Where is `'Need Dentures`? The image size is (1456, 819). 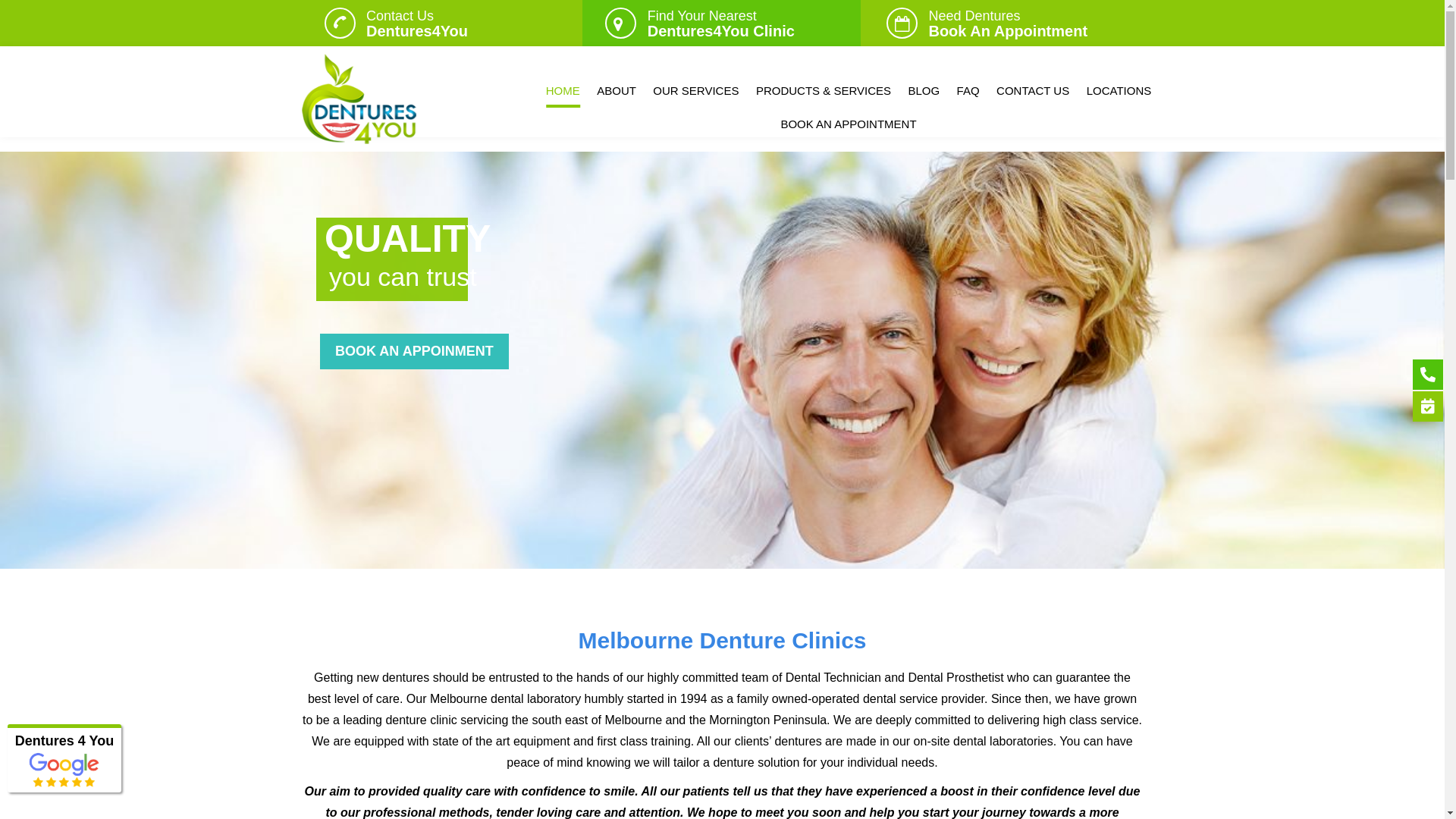
'Need Dentures is located at coordinates (1008, 23).